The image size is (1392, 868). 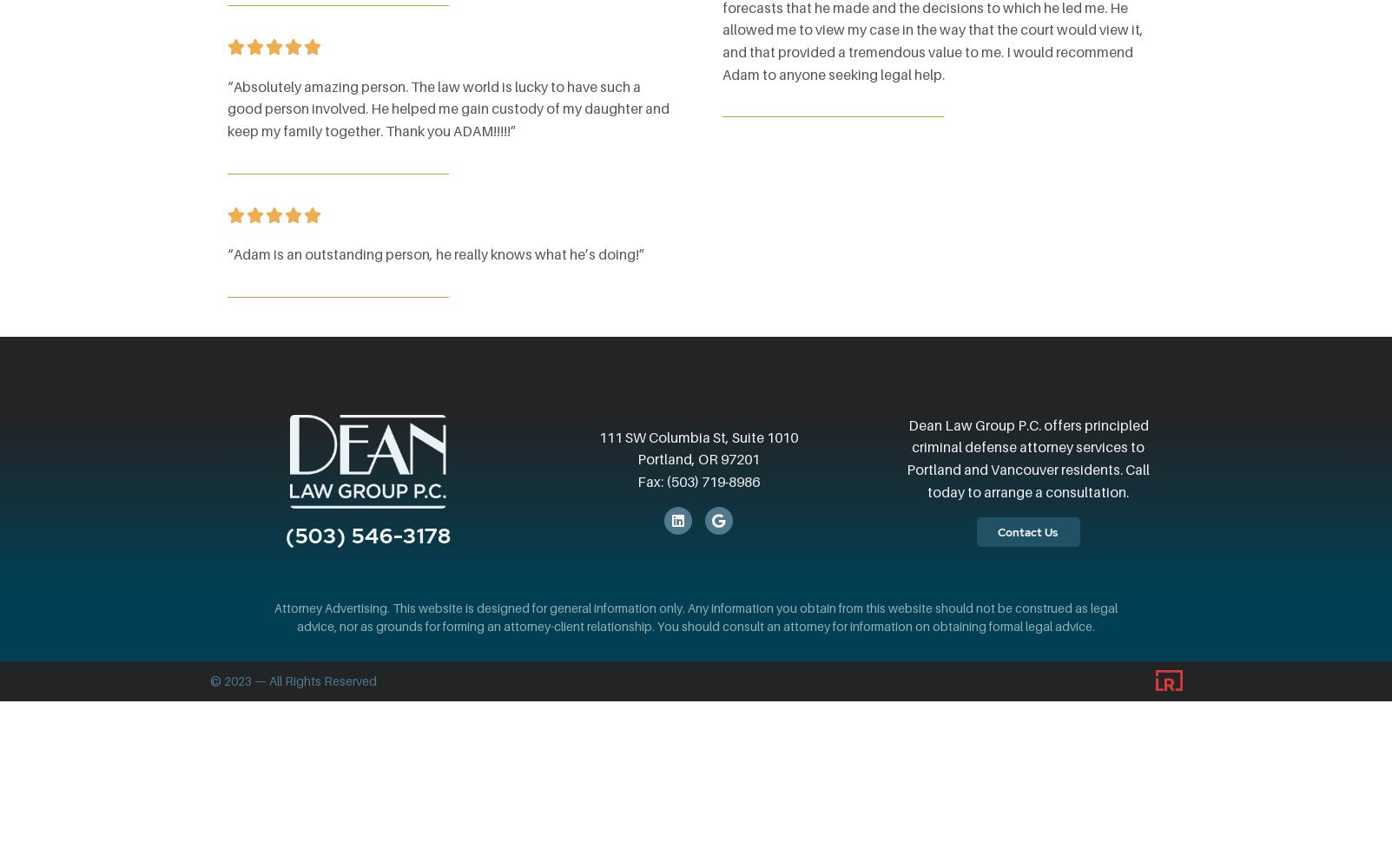 I want to click on '111 SW Columbia St, Suite 1010', so click(x=697, y=437).